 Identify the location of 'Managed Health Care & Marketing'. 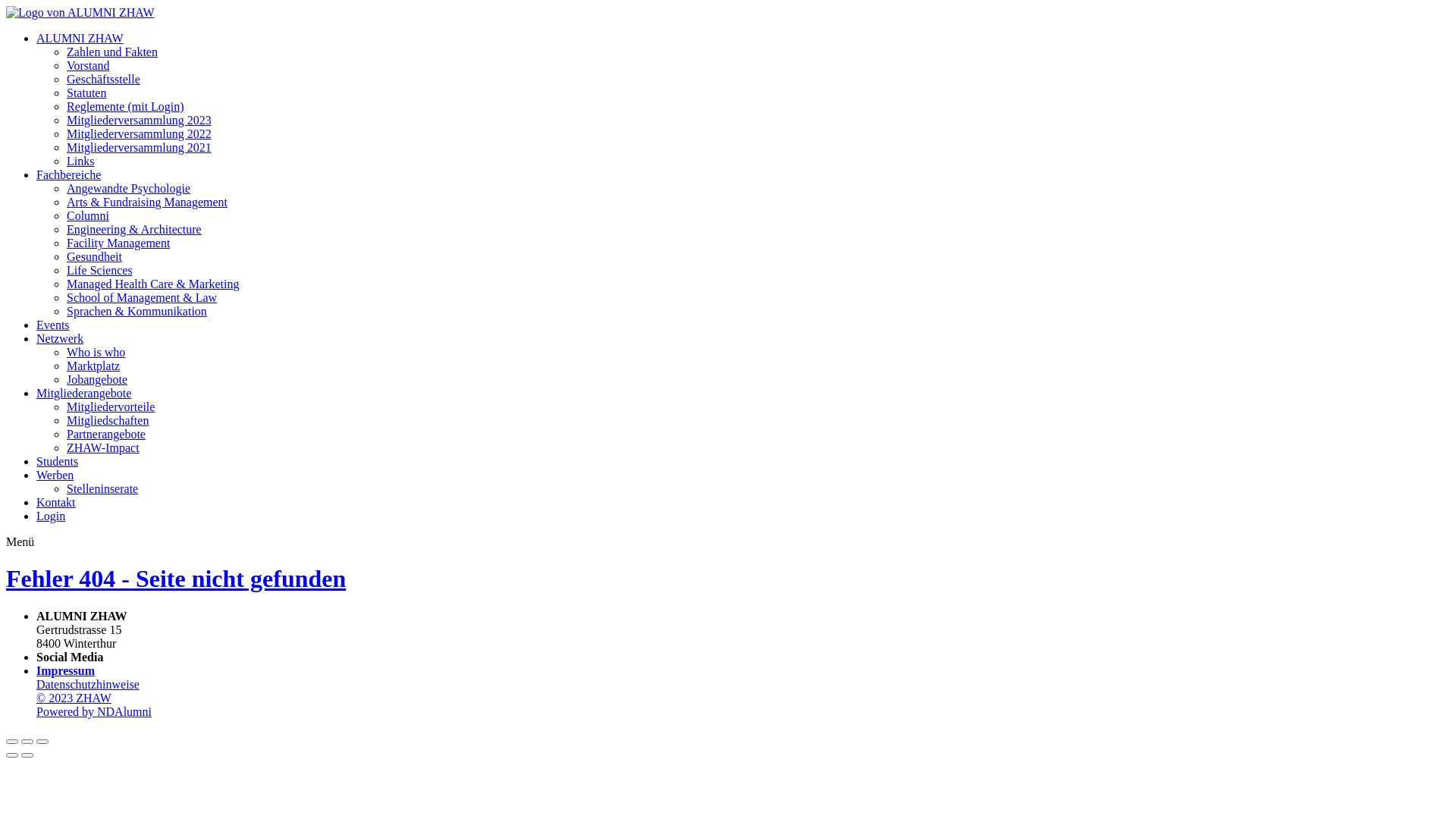
(65, 284).